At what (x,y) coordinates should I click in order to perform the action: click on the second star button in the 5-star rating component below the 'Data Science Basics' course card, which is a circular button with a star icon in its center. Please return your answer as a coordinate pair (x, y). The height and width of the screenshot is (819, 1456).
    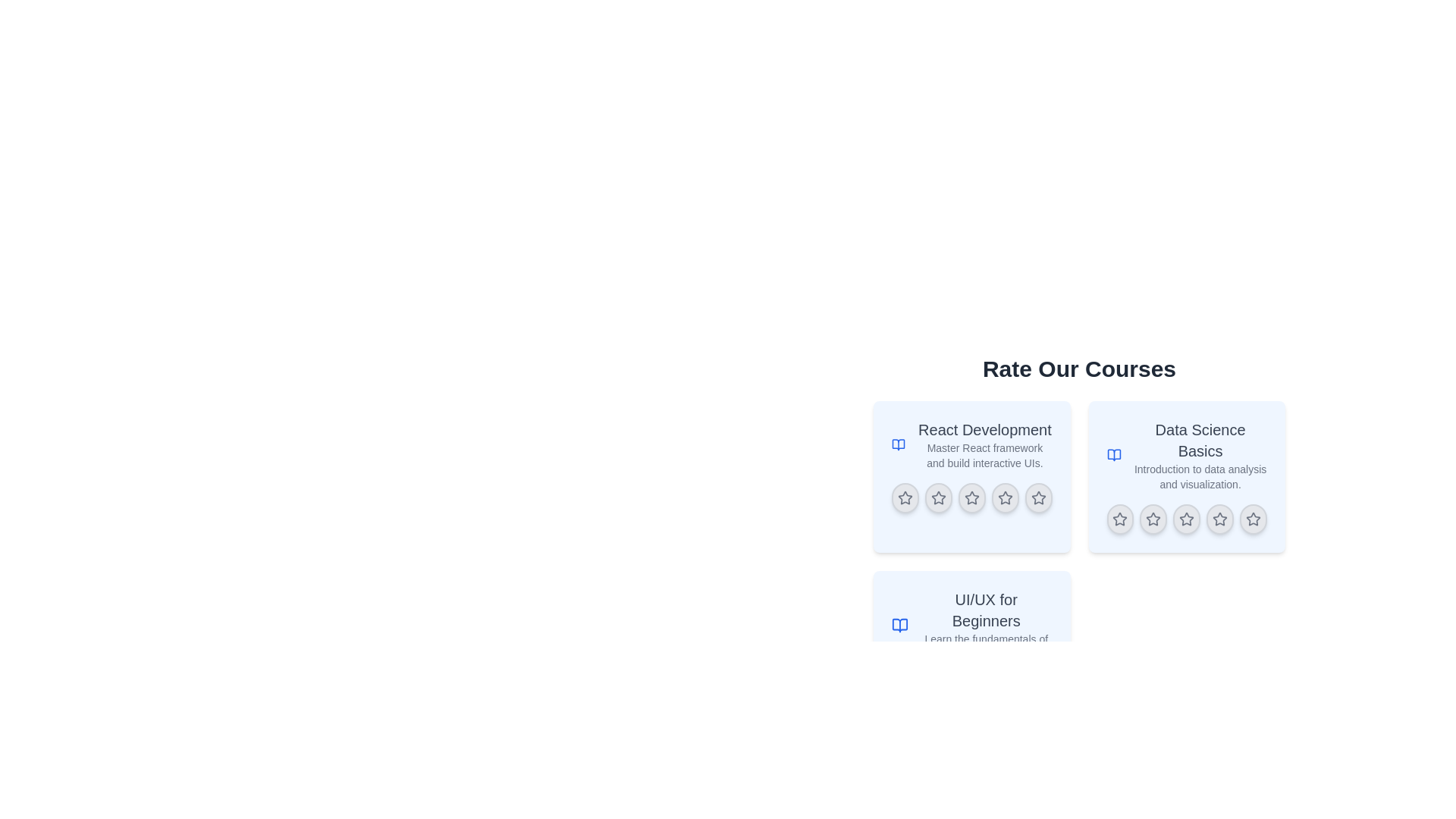
    Looking at the image, I should click on (1153, 519).